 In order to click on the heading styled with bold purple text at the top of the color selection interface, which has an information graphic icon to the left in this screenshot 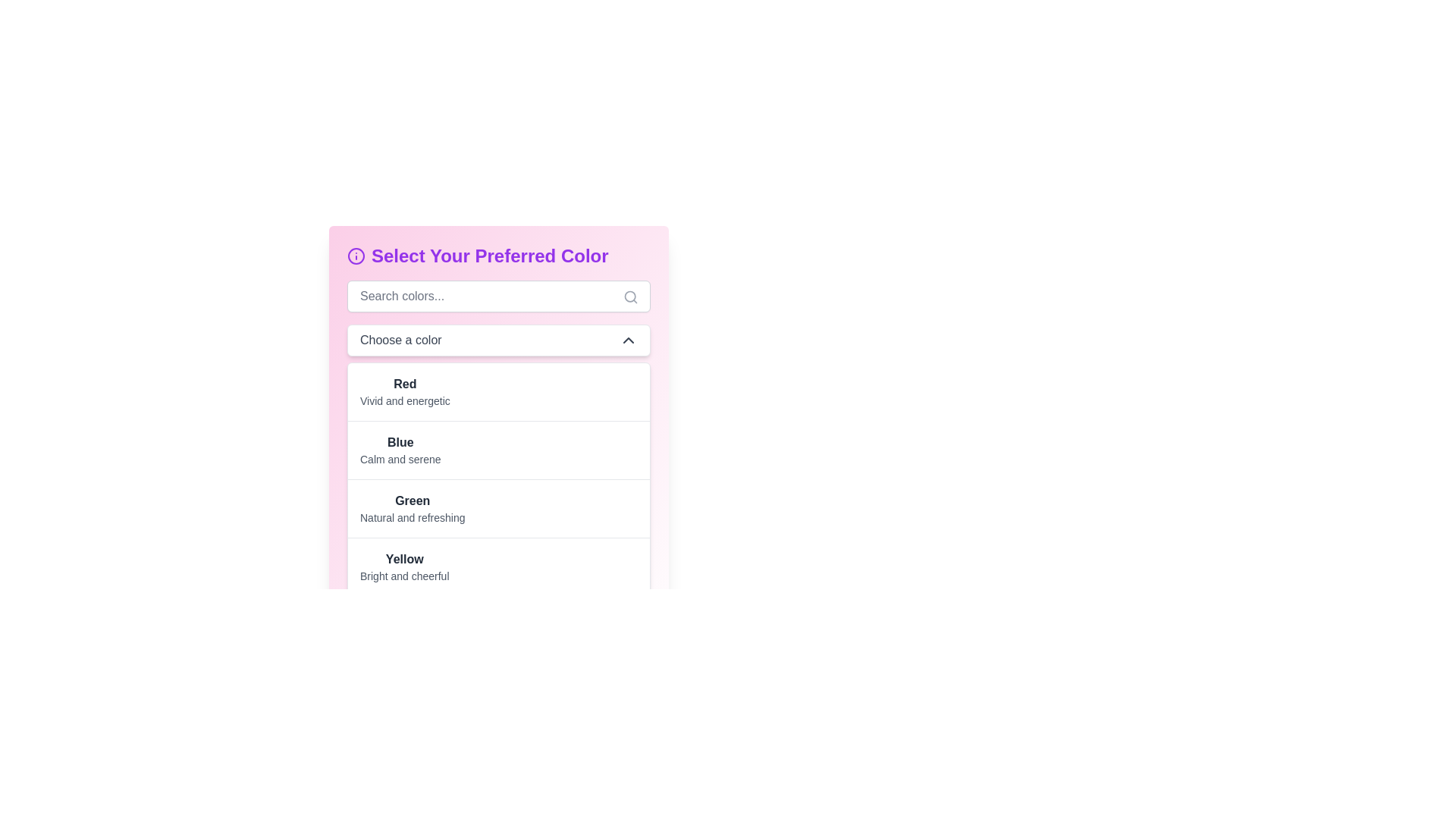, I will do `click(498, 256)`.